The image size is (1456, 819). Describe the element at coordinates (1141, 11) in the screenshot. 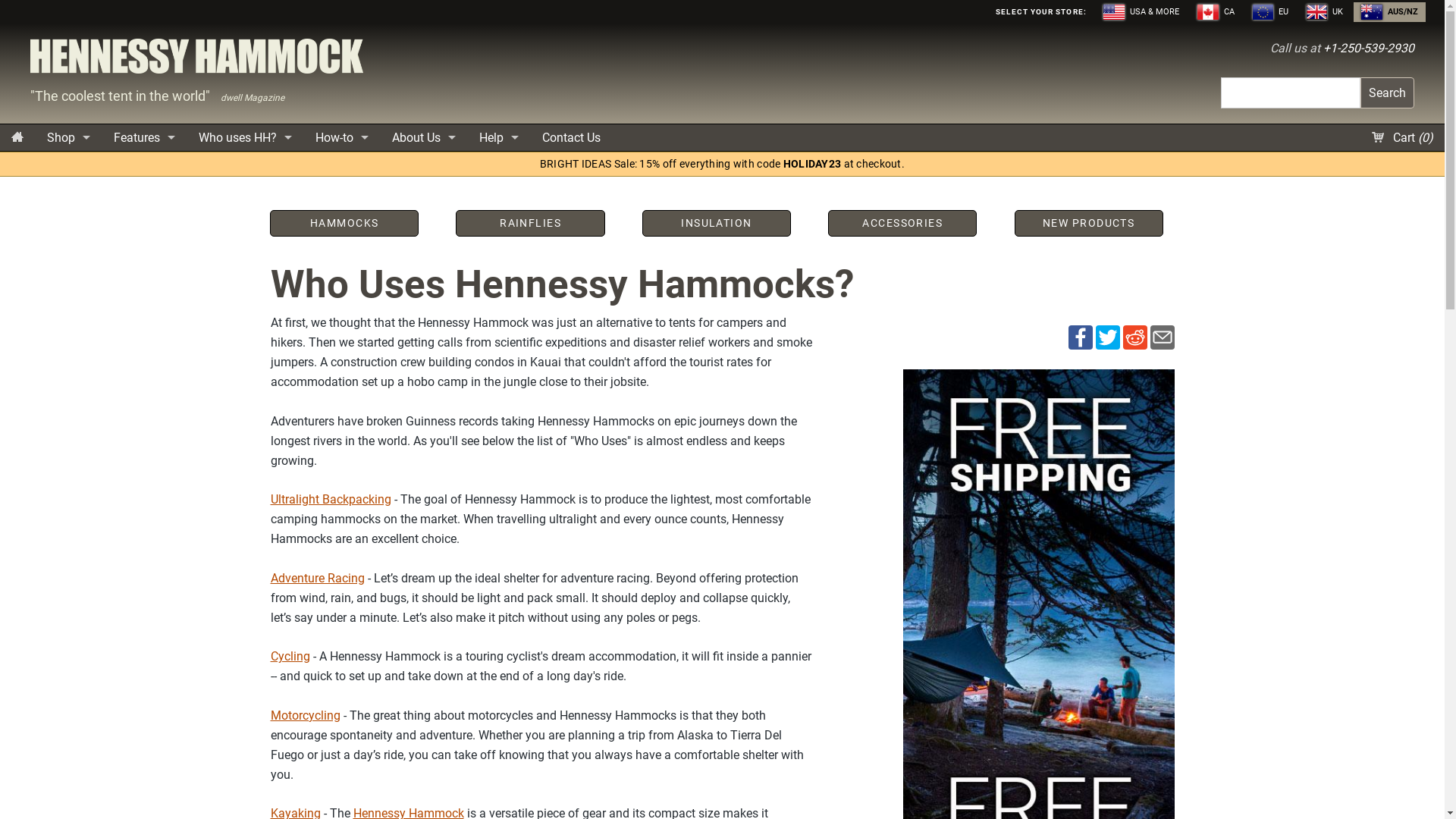

I see `'USA & MORE'` at that location.